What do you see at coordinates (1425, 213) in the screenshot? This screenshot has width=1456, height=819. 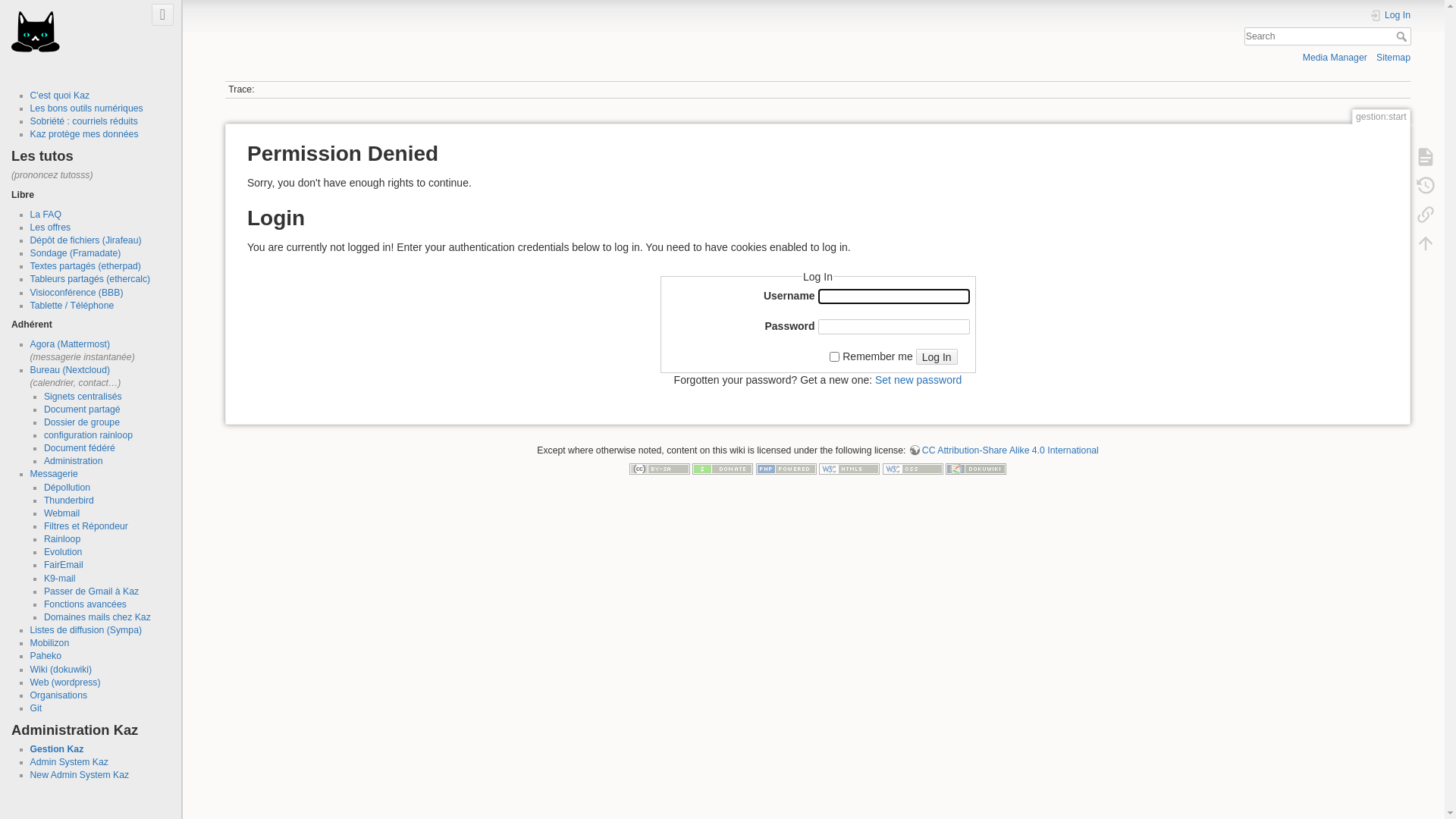 I see `'Backlinks'` at bounding box center [1425, 213].